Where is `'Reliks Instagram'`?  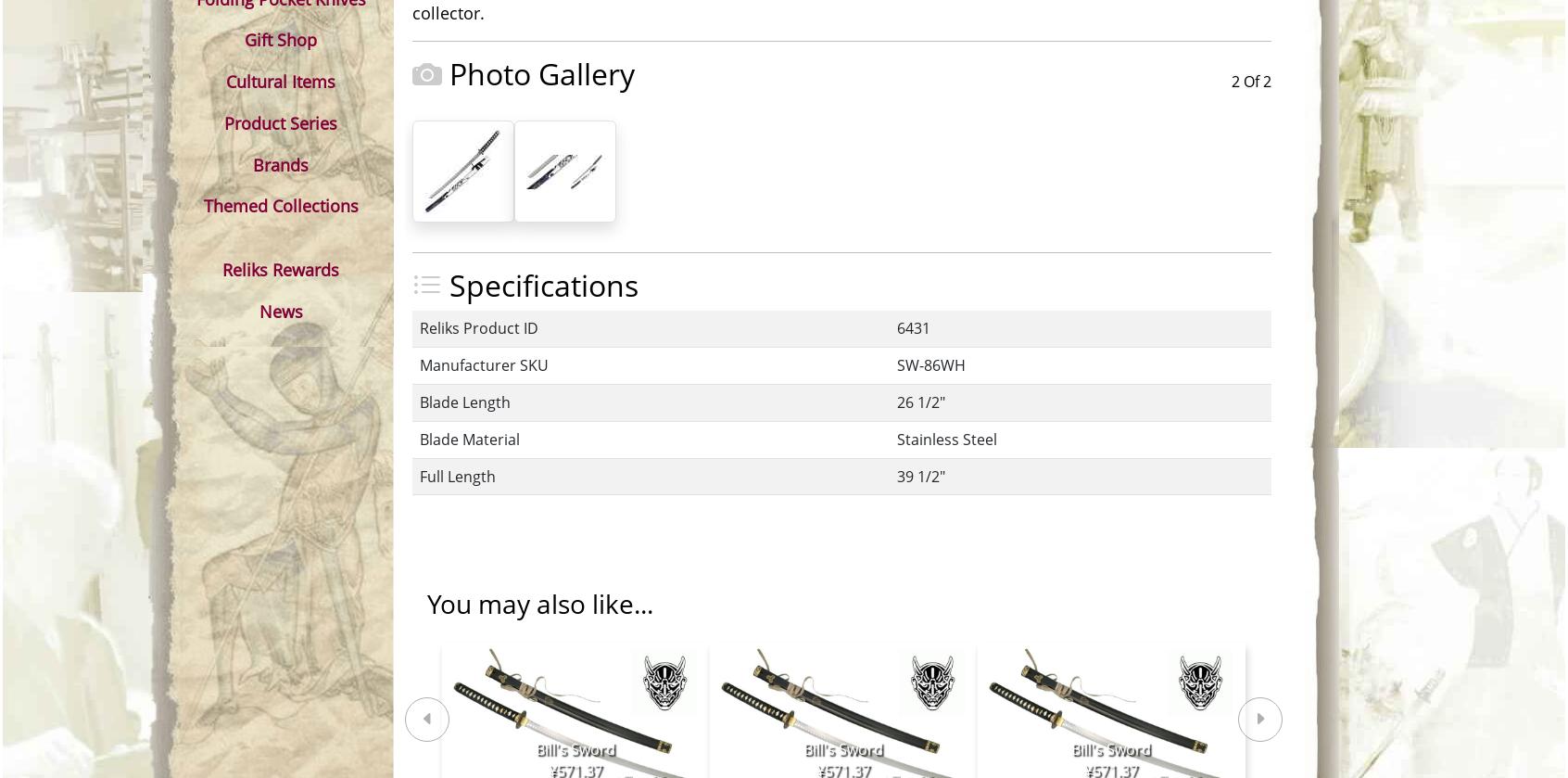 'Reliks Instagram' is located at coordinates (923, 580).